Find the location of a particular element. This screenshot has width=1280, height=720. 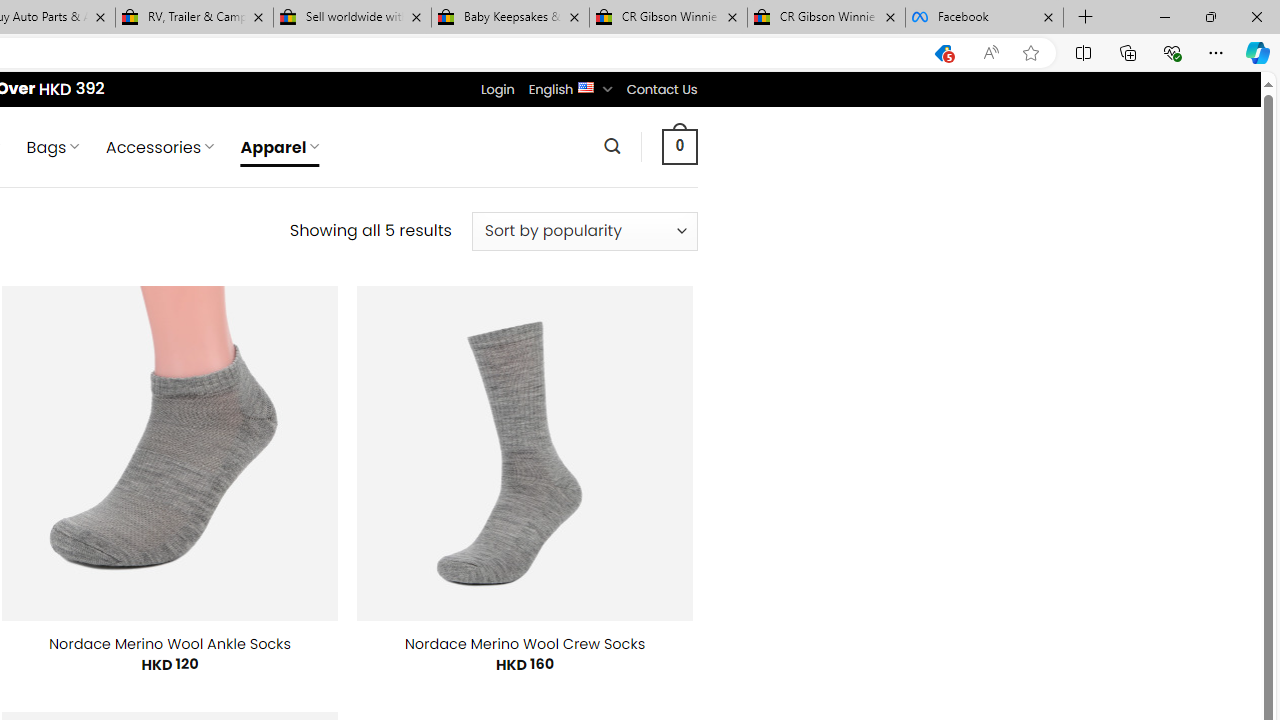

'English' is located at coordinates (585, 85).